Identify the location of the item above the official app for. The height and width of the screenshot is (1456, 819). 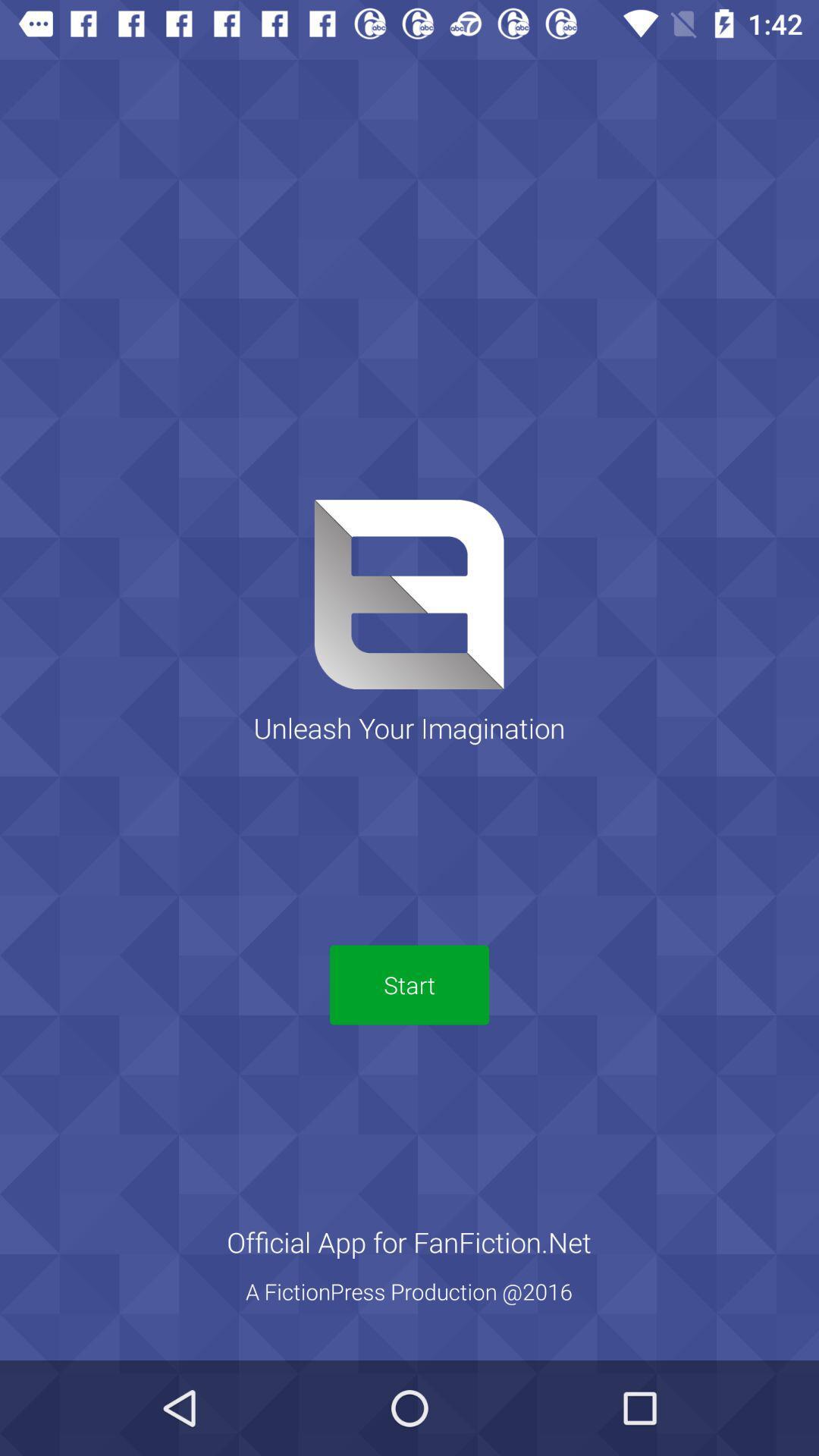
(409, 985).